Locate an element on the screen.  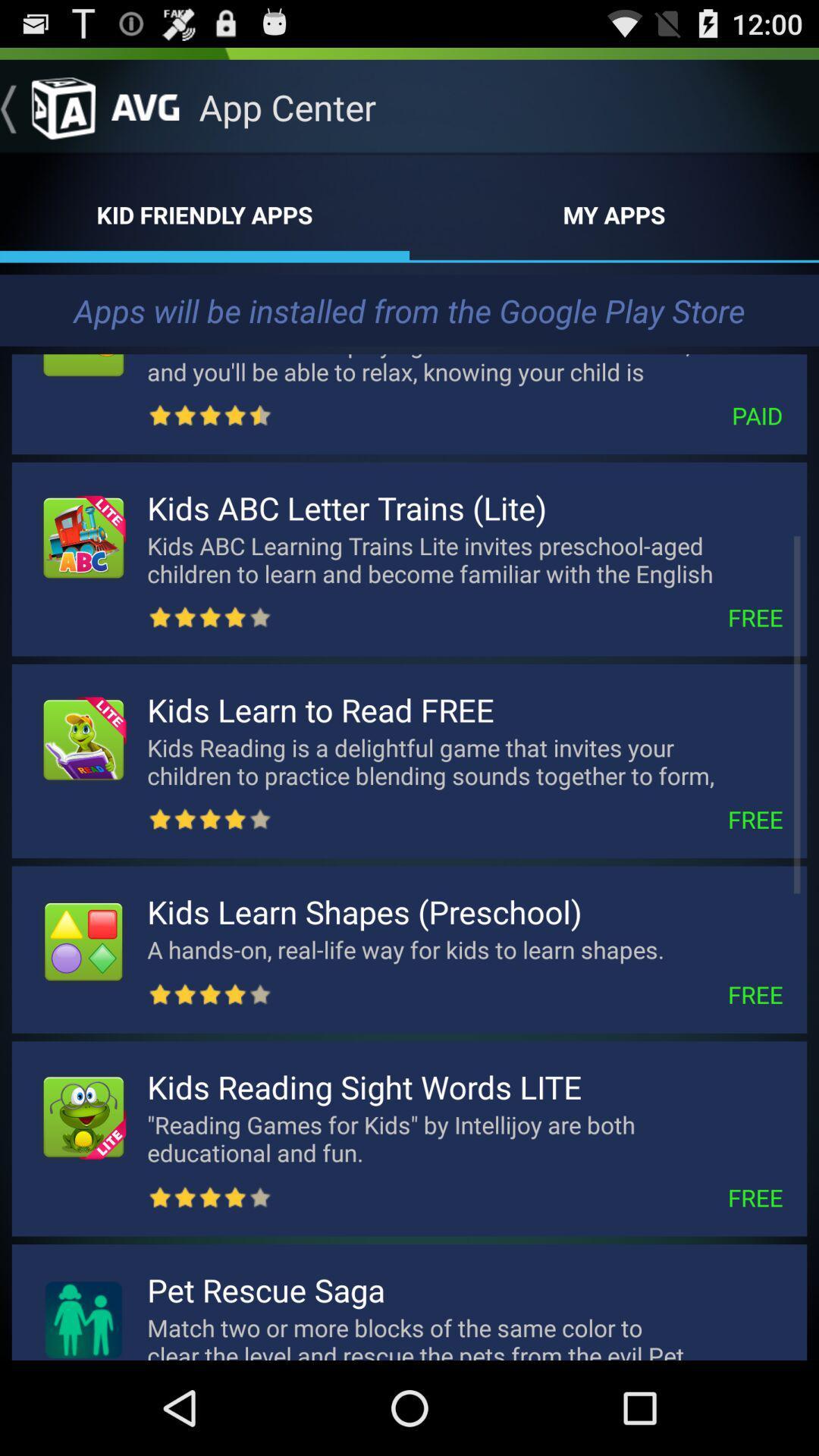
the item below the kids reading sight icon is located at coordinates (464, 1138).